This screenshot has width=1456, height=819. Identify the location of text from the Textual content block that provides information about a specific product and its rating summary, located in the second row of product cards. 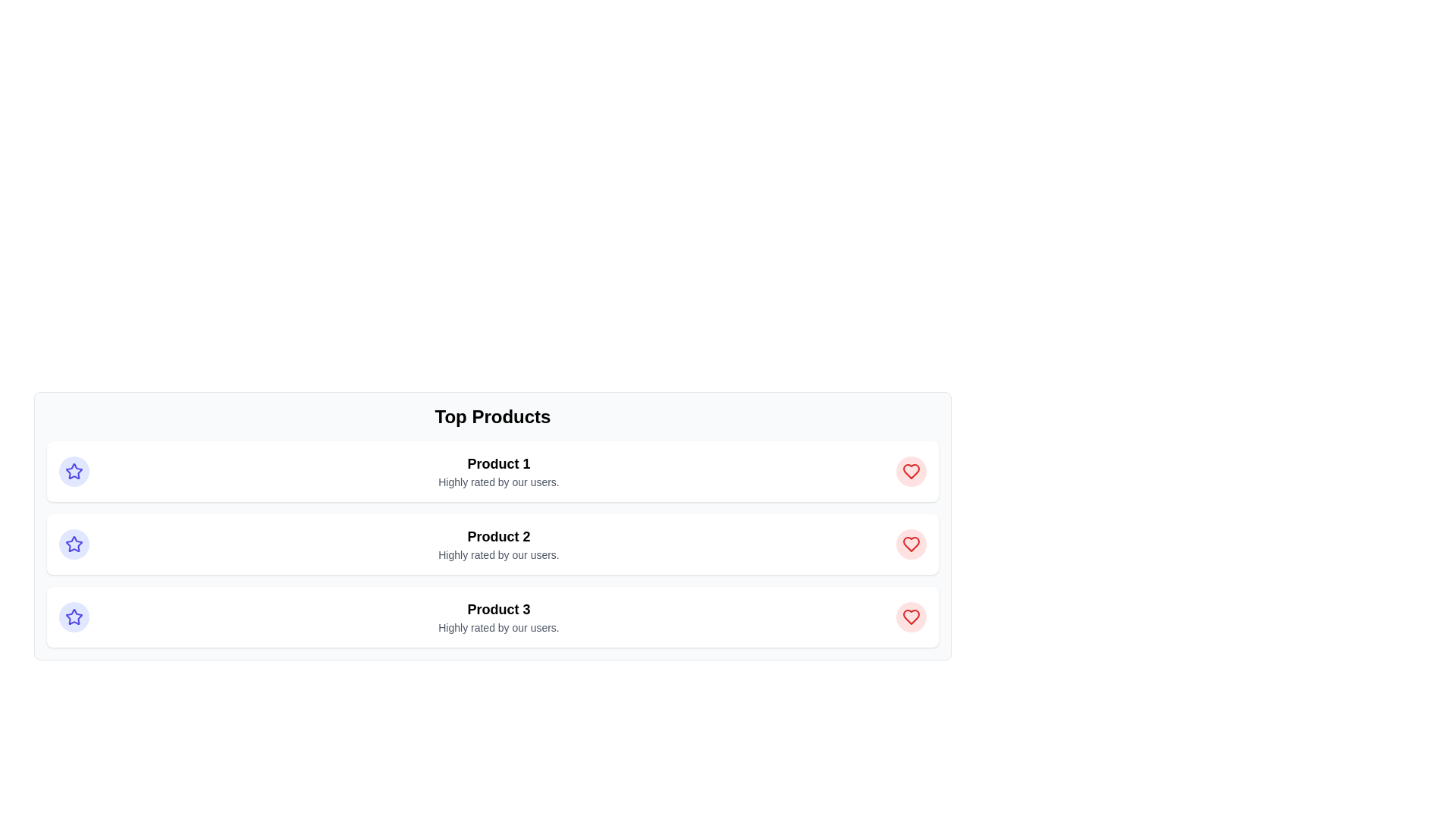
(498, 543).